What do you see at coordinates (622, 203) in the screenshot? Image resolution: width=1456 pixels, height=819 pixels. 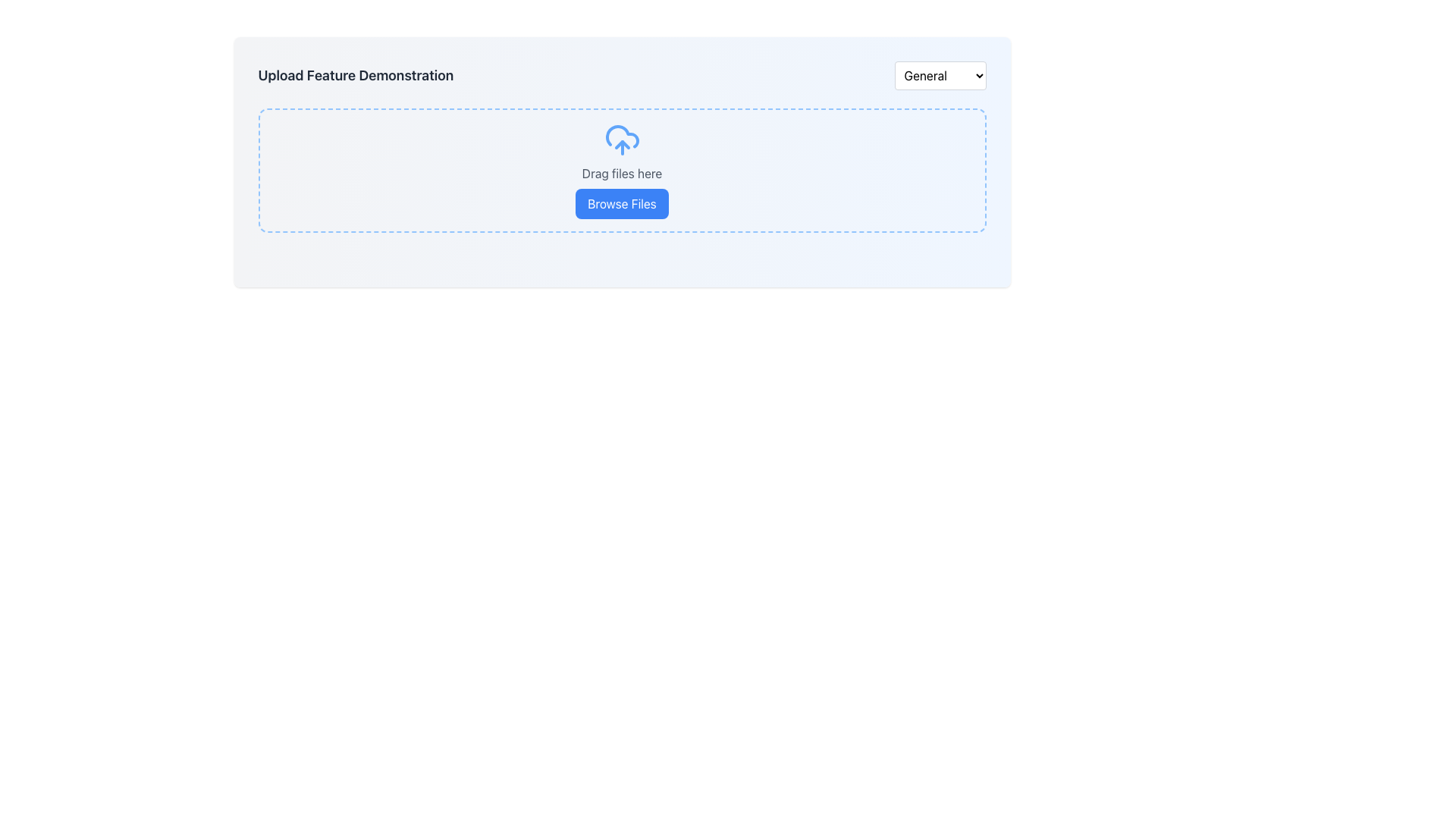 I see `the file upload button located below the 'Drag files here' text within the dashed-bordered area to change its shade` at bounding box center [622, 203].